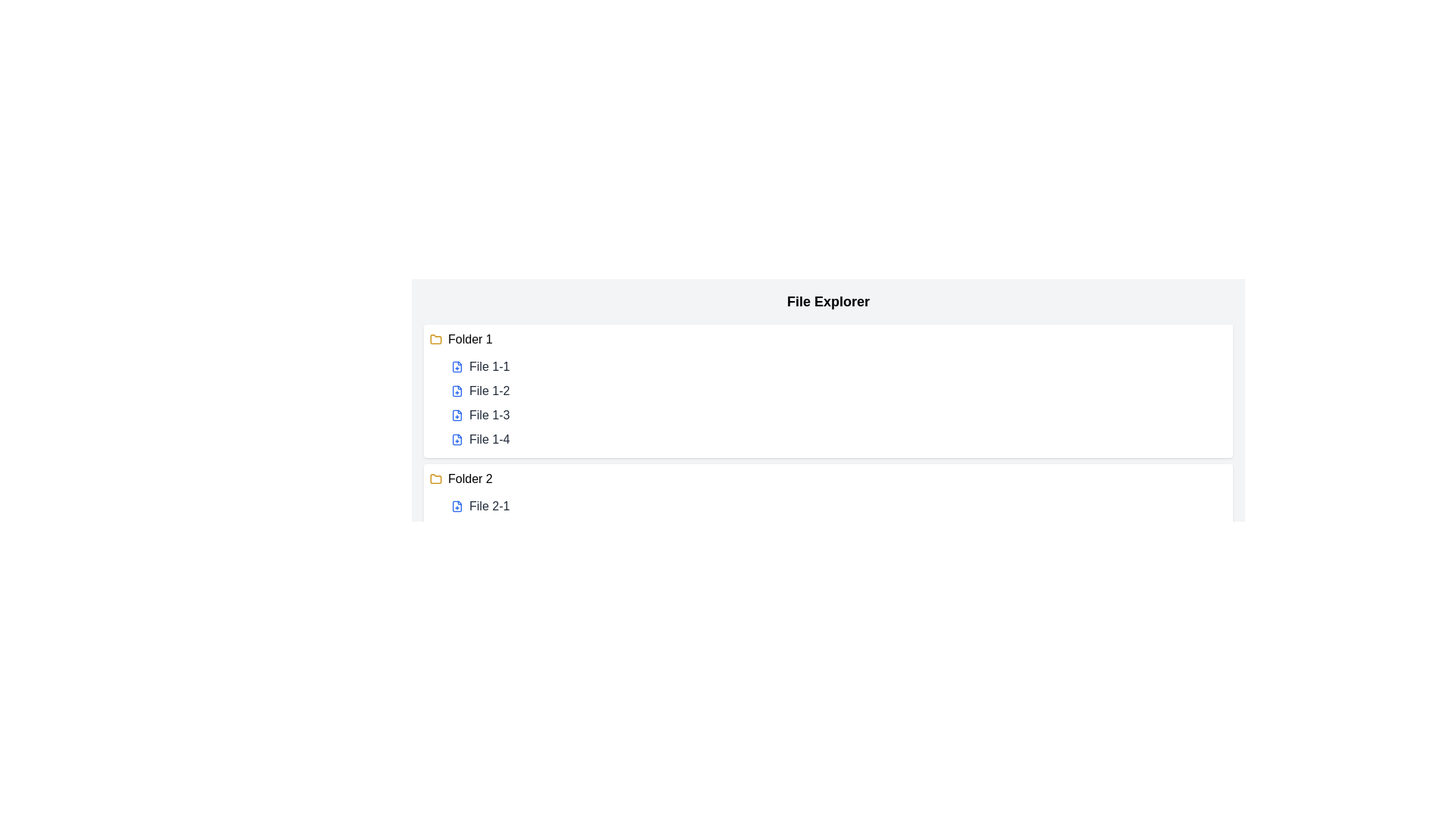 This screenshot has height=819, width=1456. Describe the element at coordinates (488, 415) in the screenshot. I see `the text label displaying 'File 1-3'` at that location.